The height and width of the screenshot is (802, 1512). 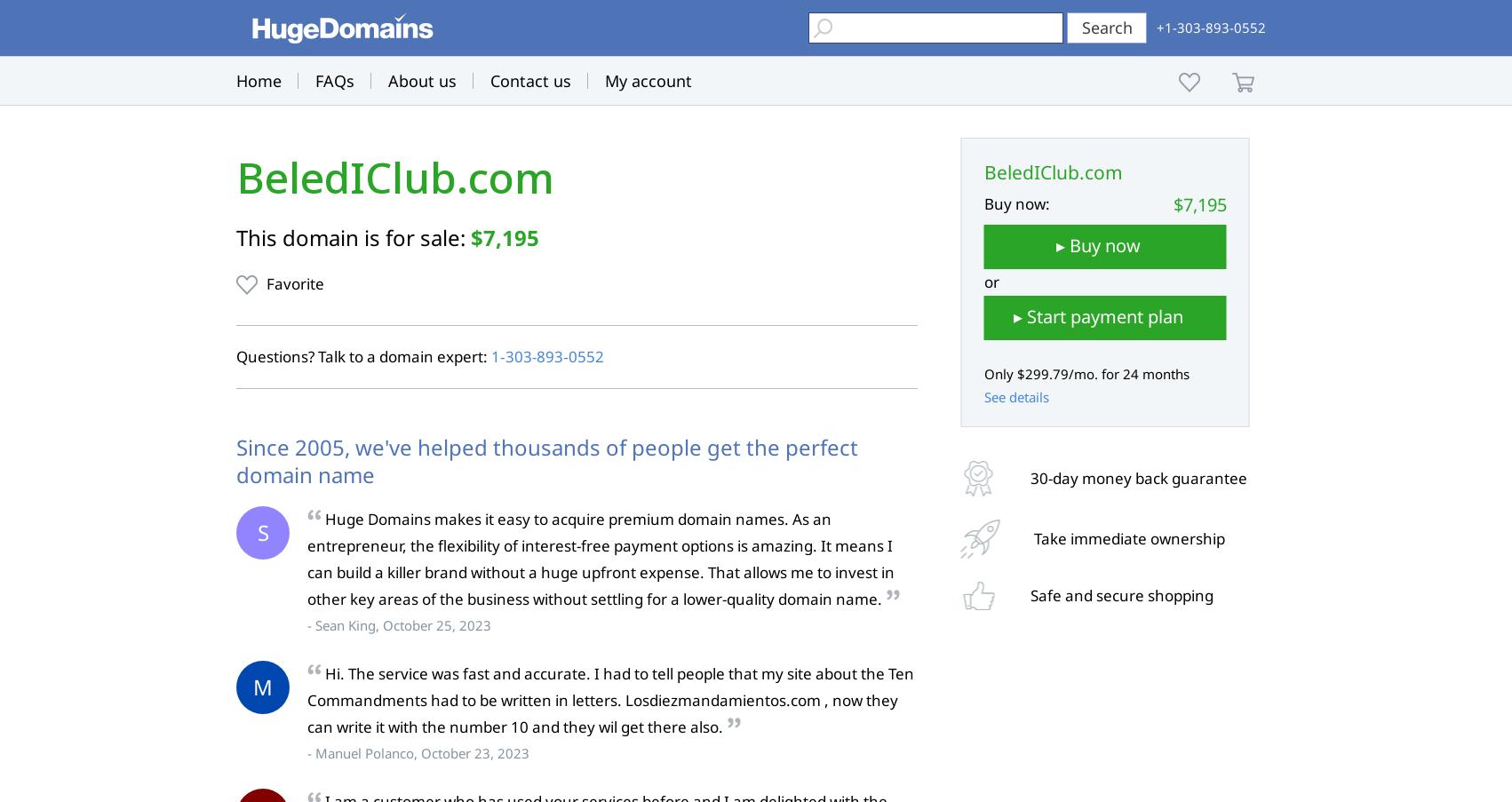 I want to click on 'FAQs', so click(x=334, y=81).